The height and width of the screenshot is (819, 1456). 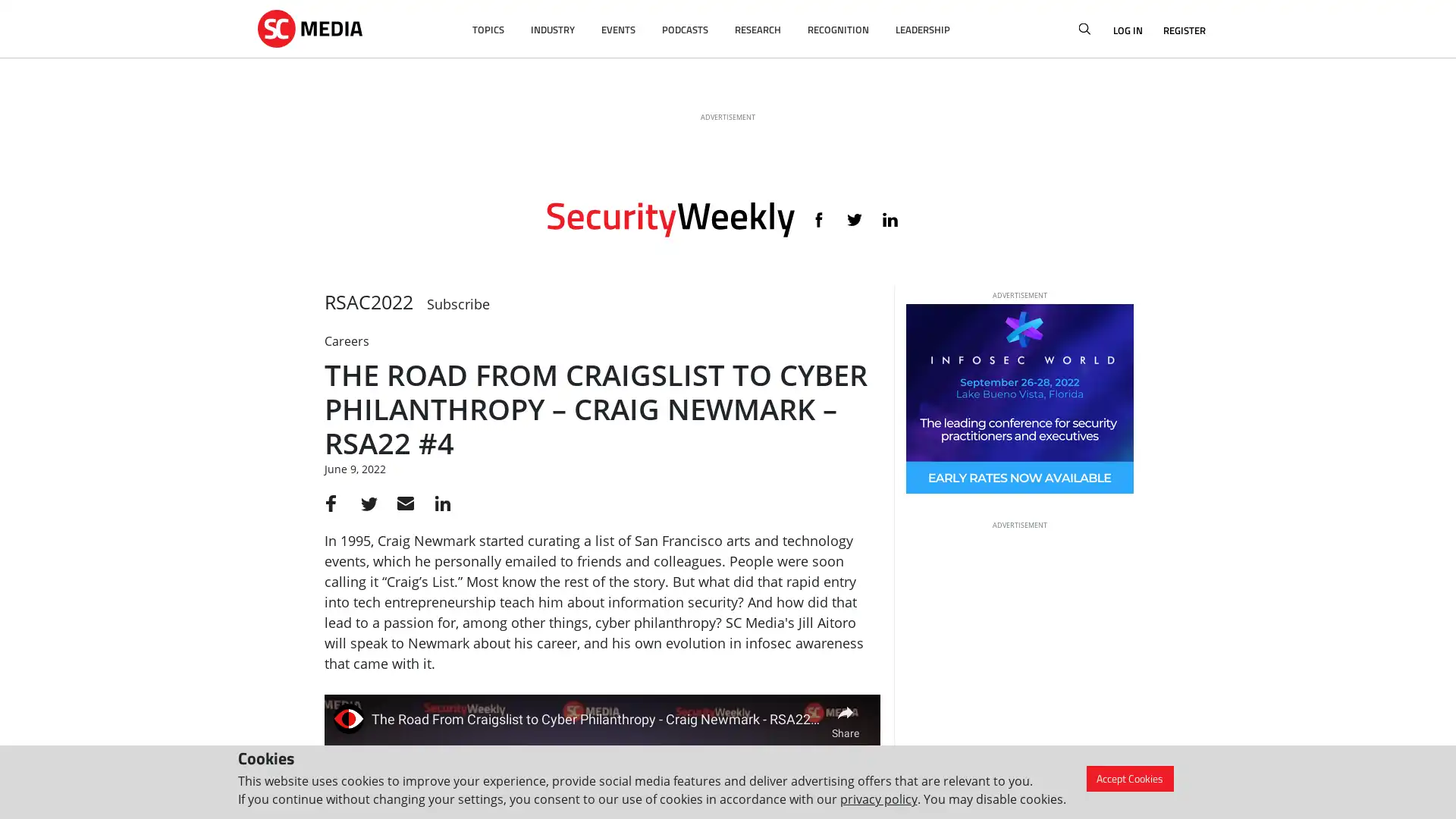 What do you see at coordinates (617, 30) in the screenshot?
I see `EVENTS` at bounding box center [617, 30].